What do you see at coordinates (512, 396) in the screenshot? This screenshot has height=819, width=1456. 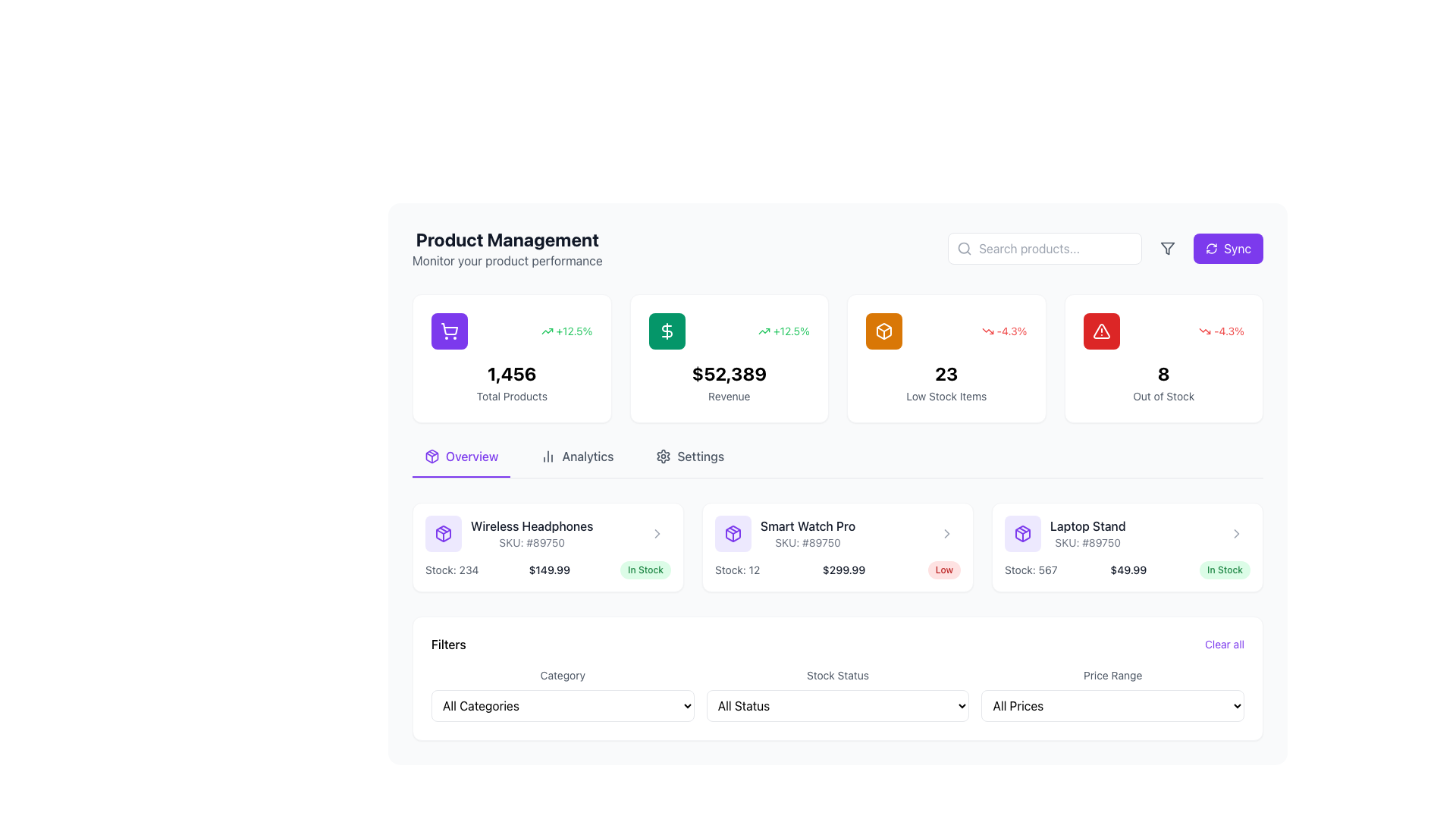 I see `text label that provides context to the numerical metric 'Total Products', which is positioned below the number '1,456' in the first metric card at the top of the interface` at bounding box center [512, 396].